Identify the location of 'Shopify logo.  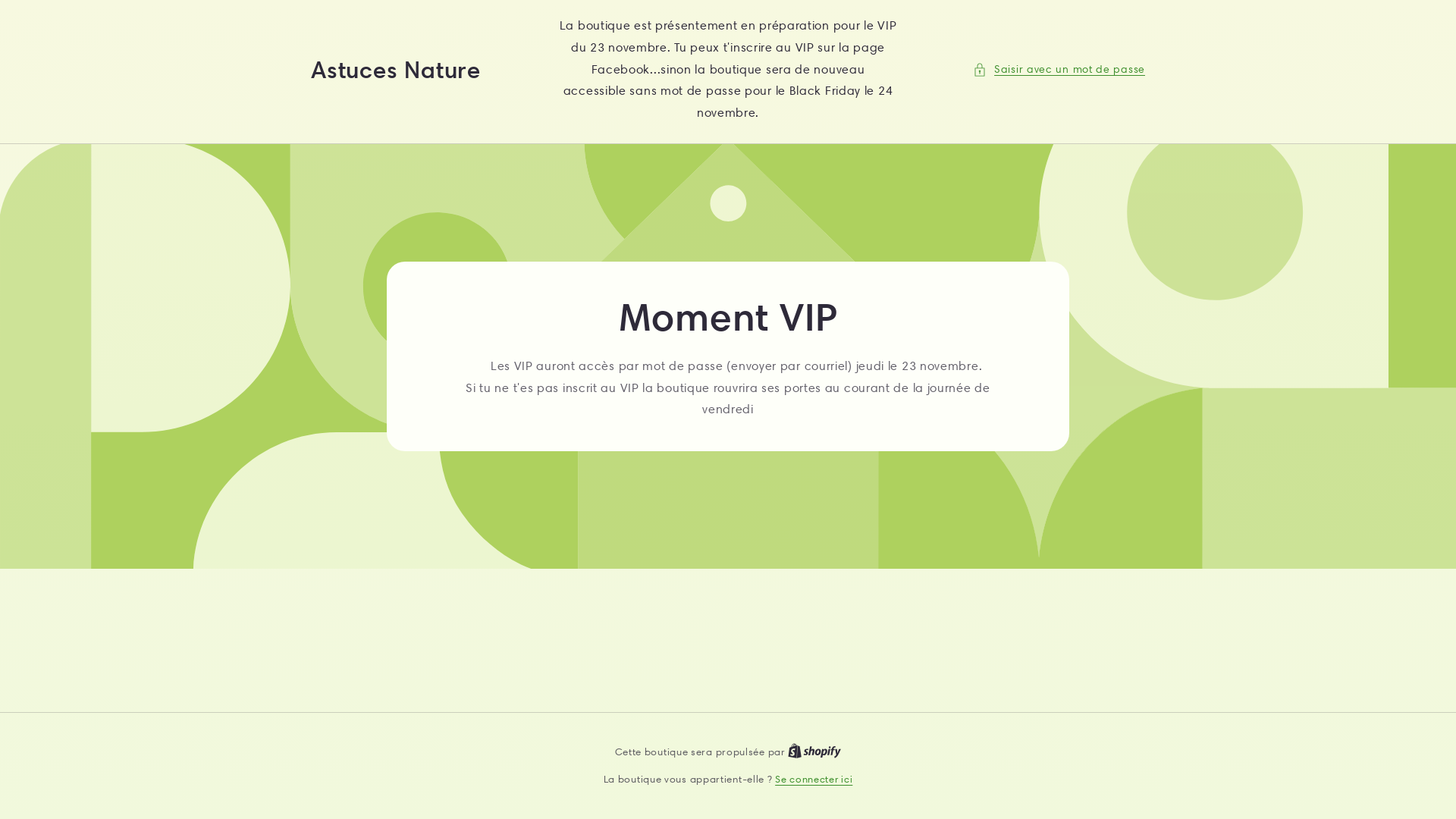
(814, 752).